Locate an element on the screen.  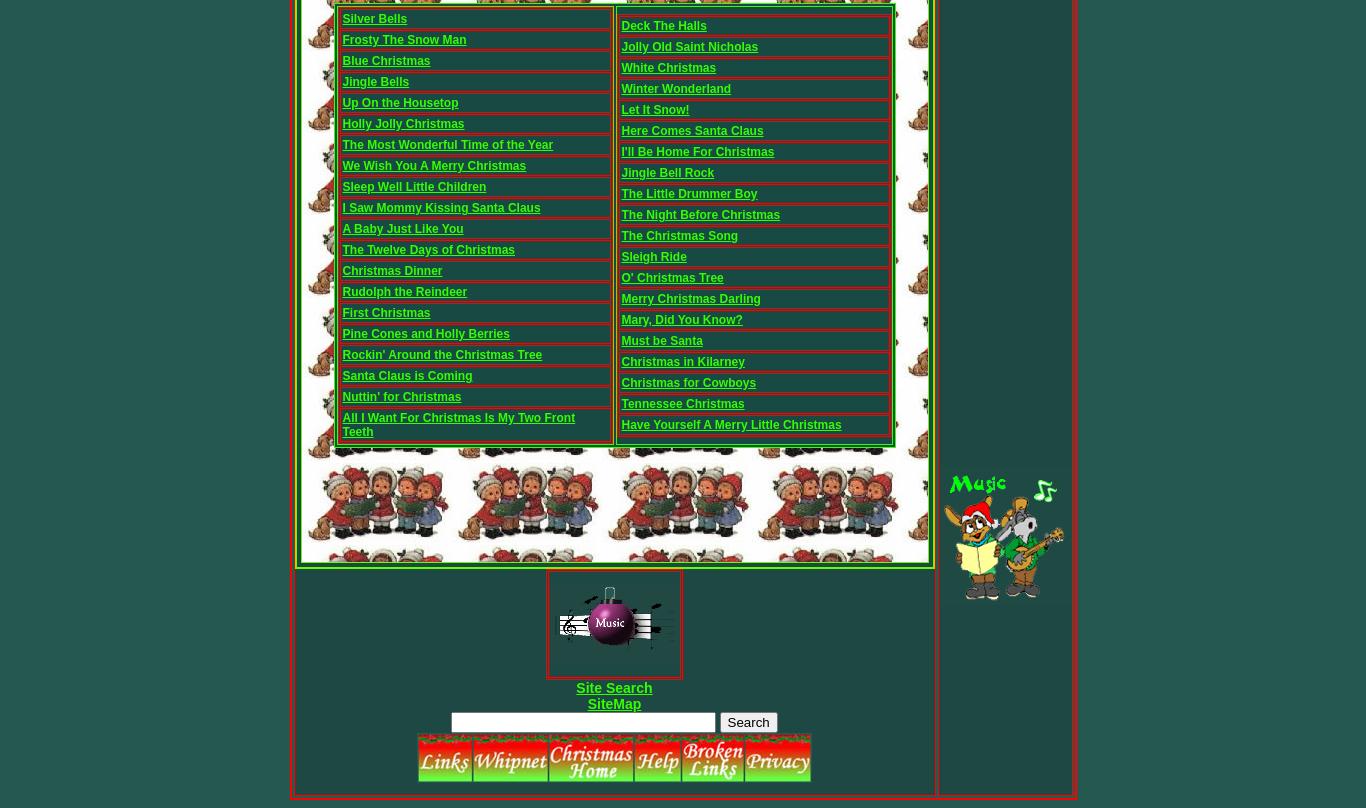
'All I Want For Christmas Is My Two Front Teeth' is located at coordinates (458, 425).